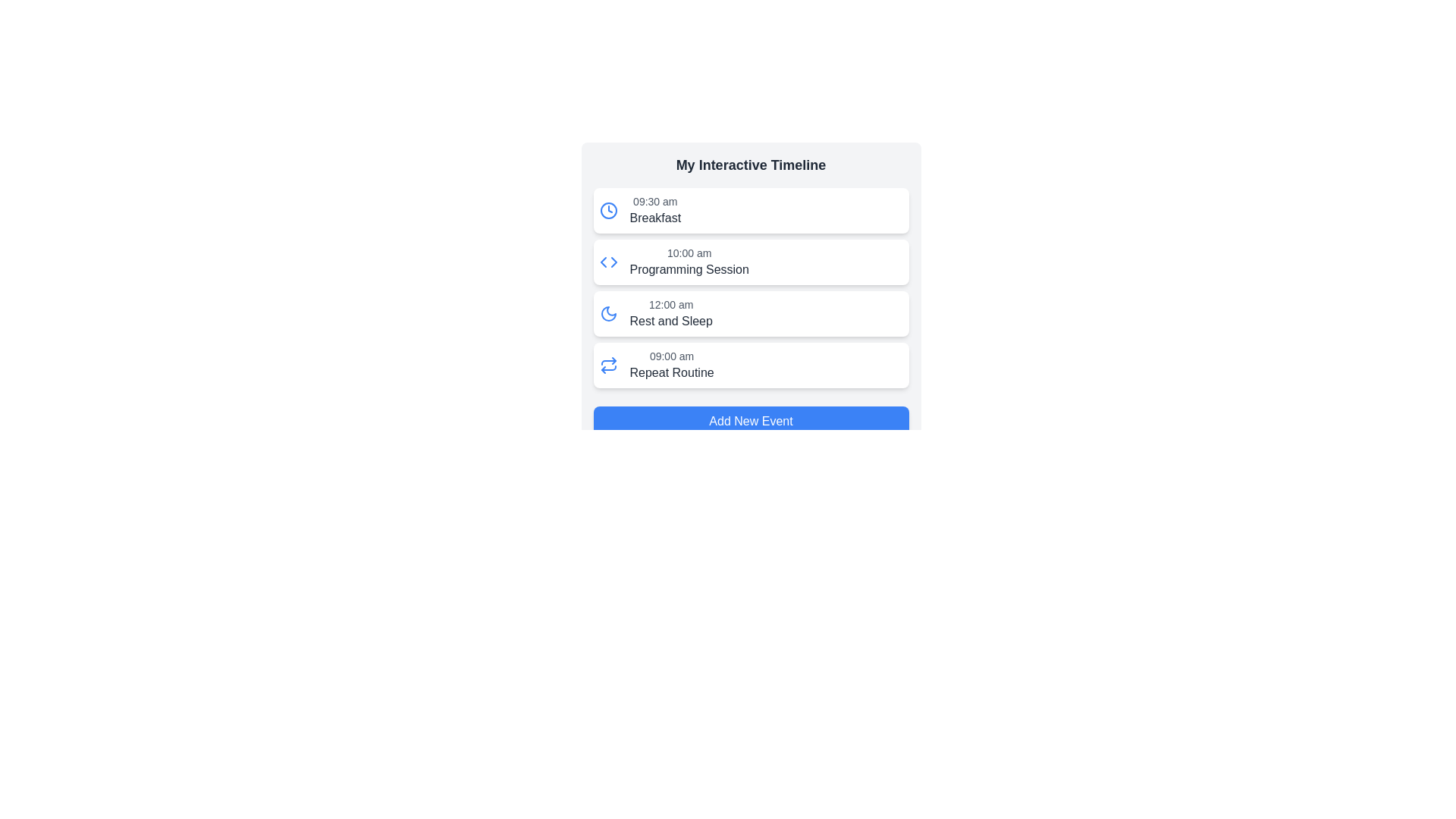  I want to click on the 'Rest and Sleep' timeline list item, which is the third entry in a vertical list of time and task pairs, located between '10:00 am Programming Session' and '09:00 am Repeat Routine', so click(670, 312).